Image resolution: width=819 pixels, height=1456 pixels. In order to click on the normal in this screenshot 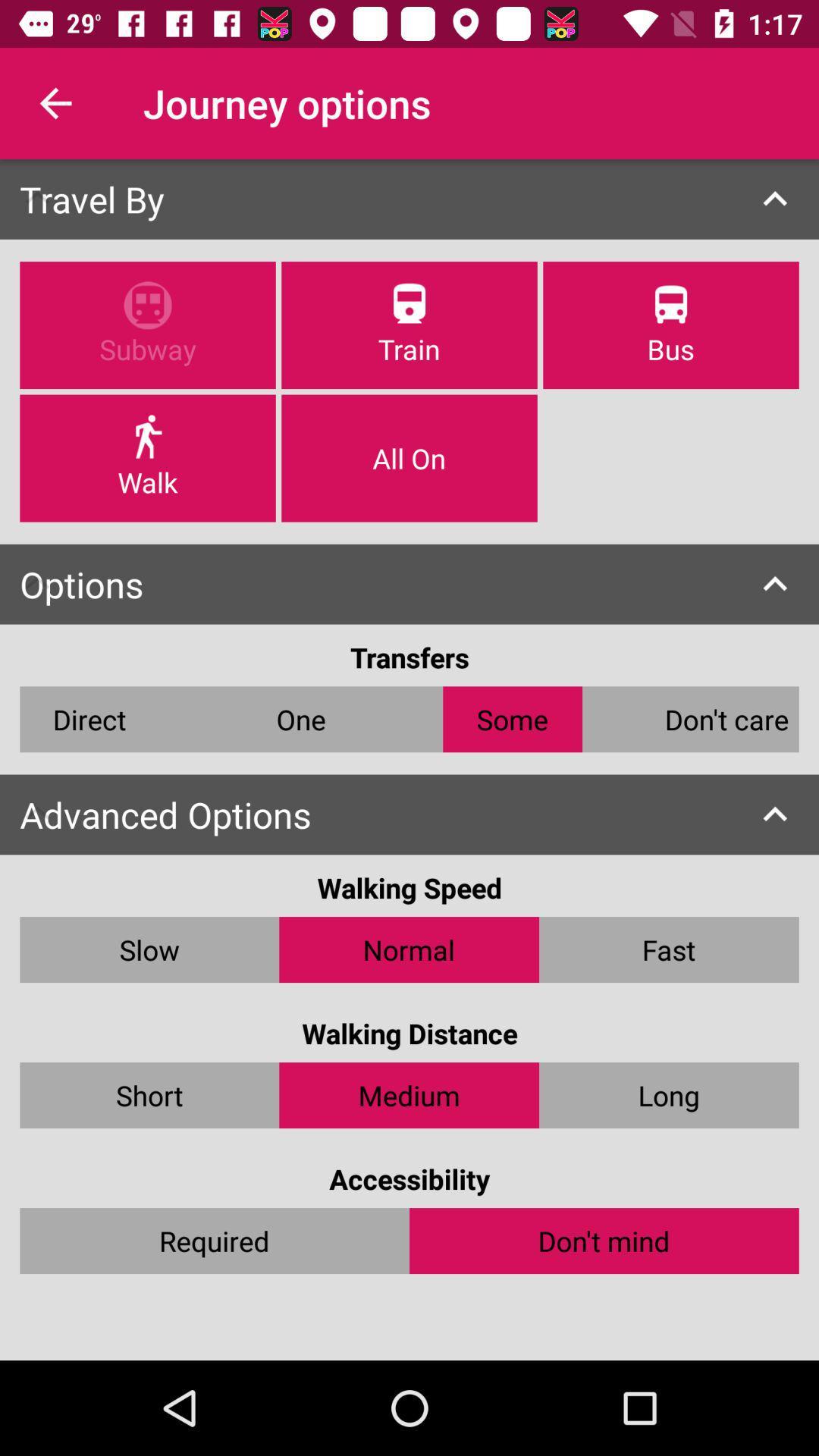, I will do `click(408, 949)`.